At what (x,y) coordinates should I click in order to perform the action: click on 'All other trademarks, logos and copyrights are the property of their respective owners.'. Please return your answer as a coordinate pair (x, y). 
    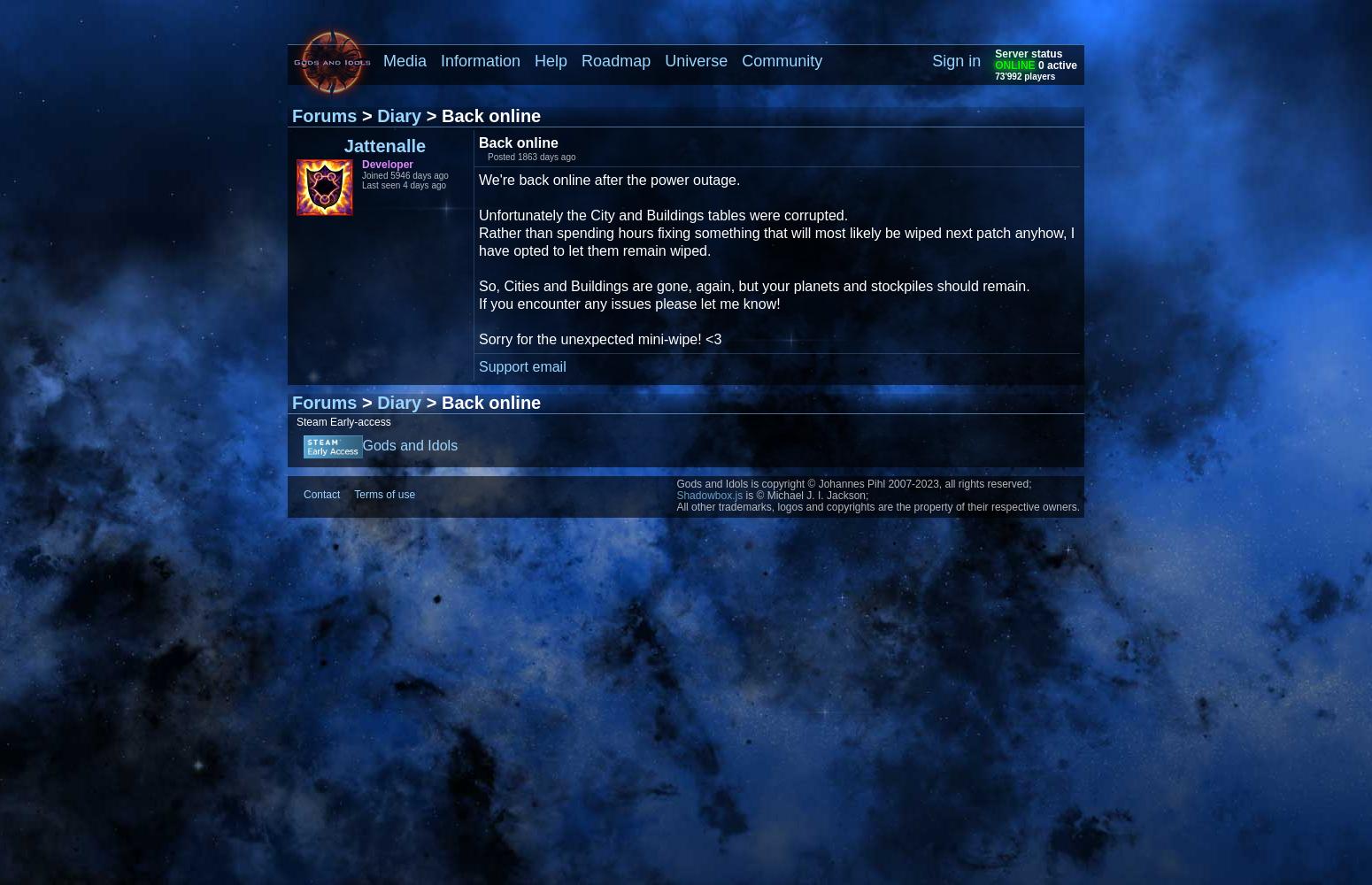
    Looking at the image, I should click on (877, 506).